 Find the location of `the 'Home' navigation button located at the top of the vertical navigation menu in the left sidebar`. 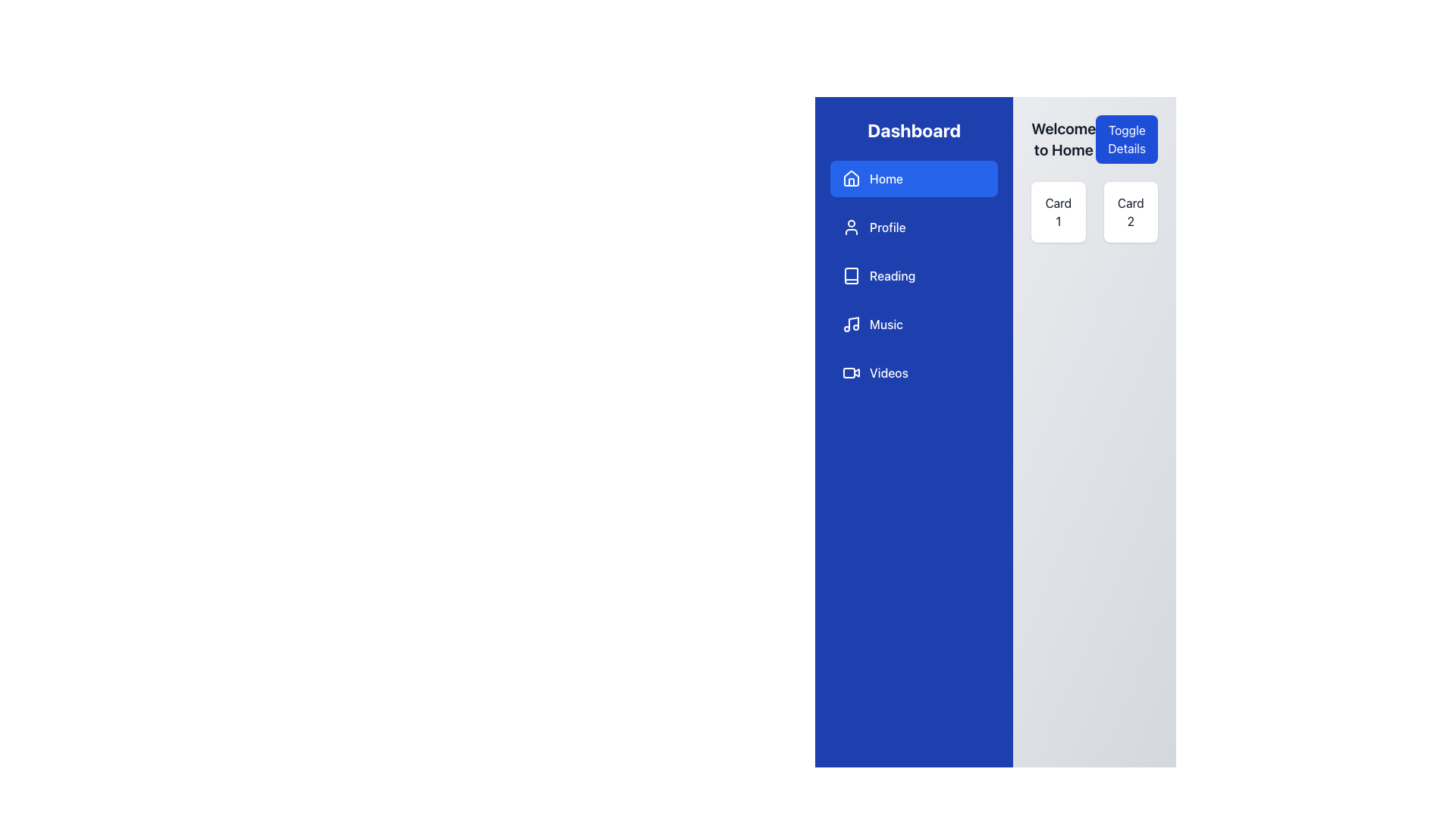

the 'Home' navigation button located at the top of the vertical navigation menu in the left sidebar is located at coordinates (913, 177).